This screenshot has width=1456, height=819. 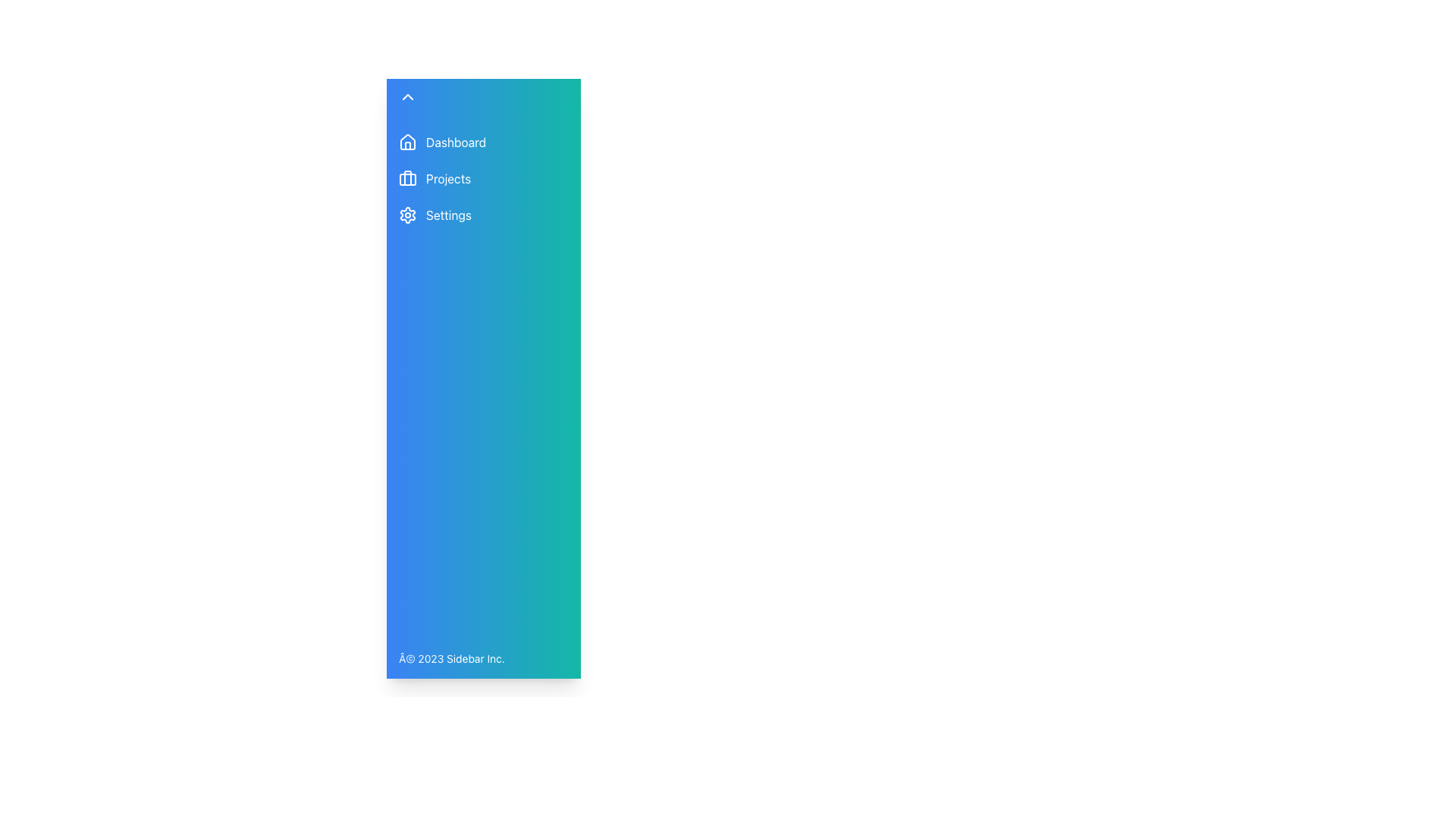 What do you see at coordinates (450, 215) in the screenshot?
I see `the 'Settings' link with icon and label in the vertical navigation bar` at bounding box center [450, 215].